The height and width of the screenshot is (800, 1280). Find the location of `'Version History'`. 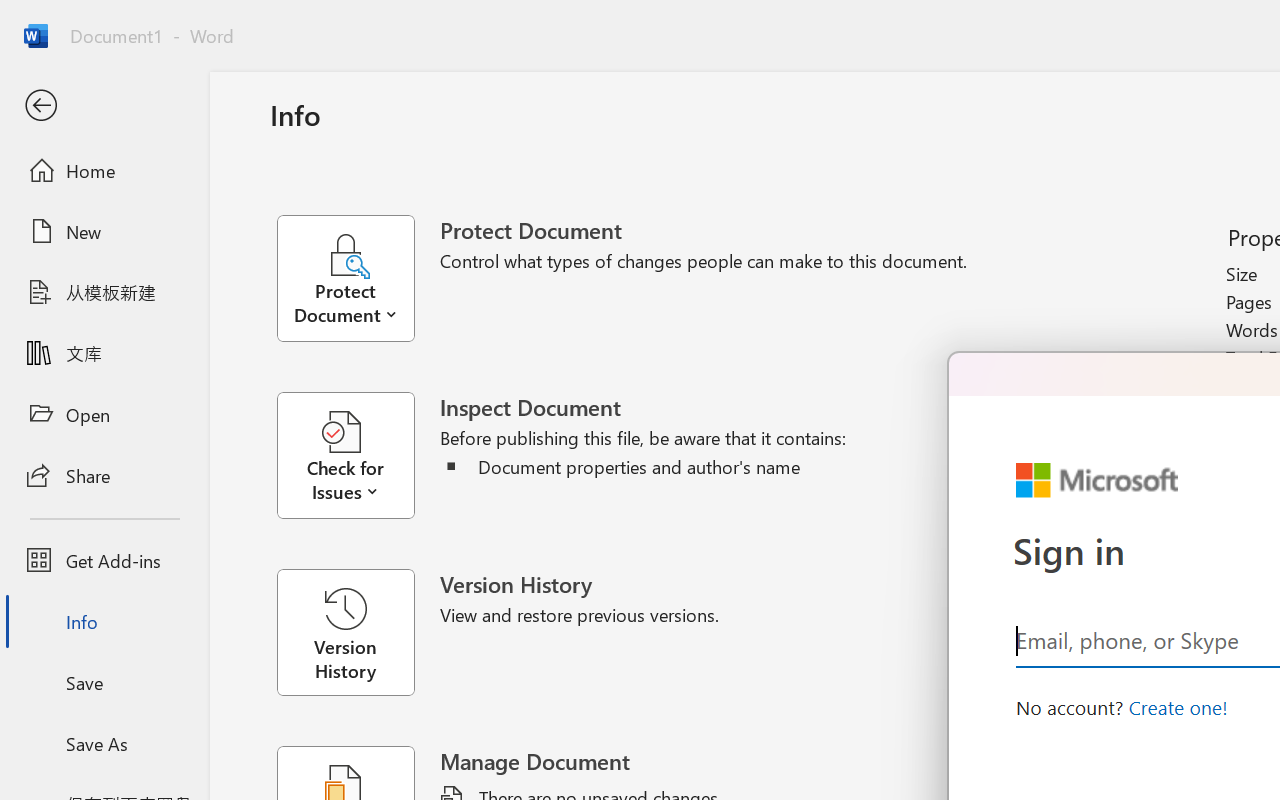

'Version History' is located at coordinates (345, 632).